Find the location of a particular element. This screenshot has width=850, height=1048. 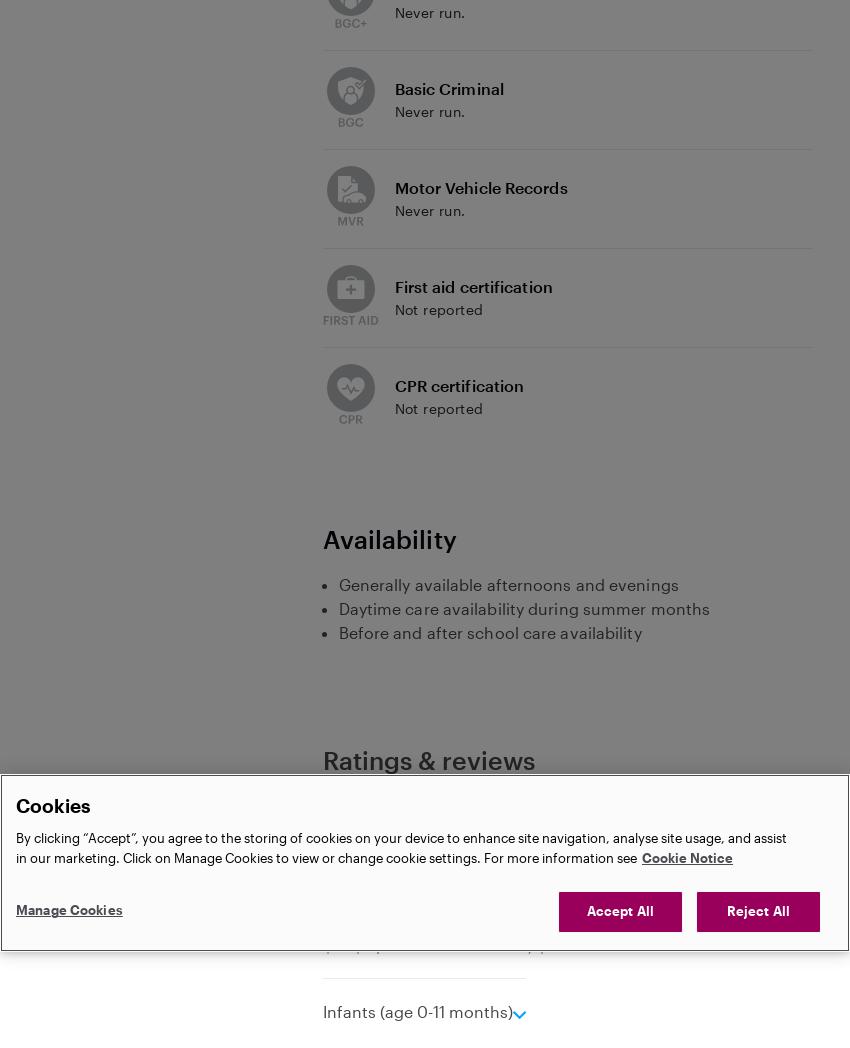

'Message' is located at coordinates (651, 975).